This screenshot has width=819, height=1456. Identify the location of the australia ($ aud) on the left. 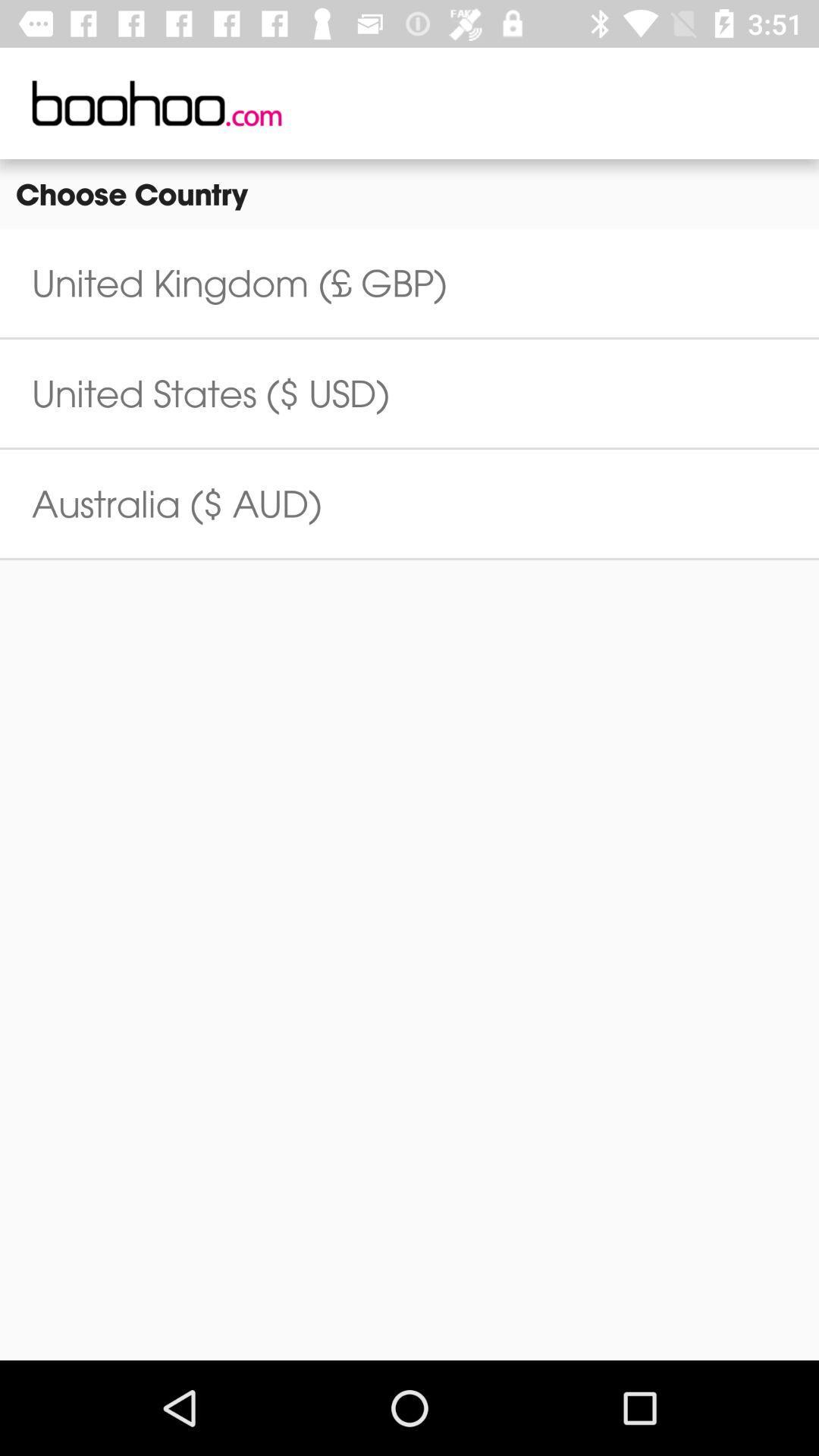
(176, 504).